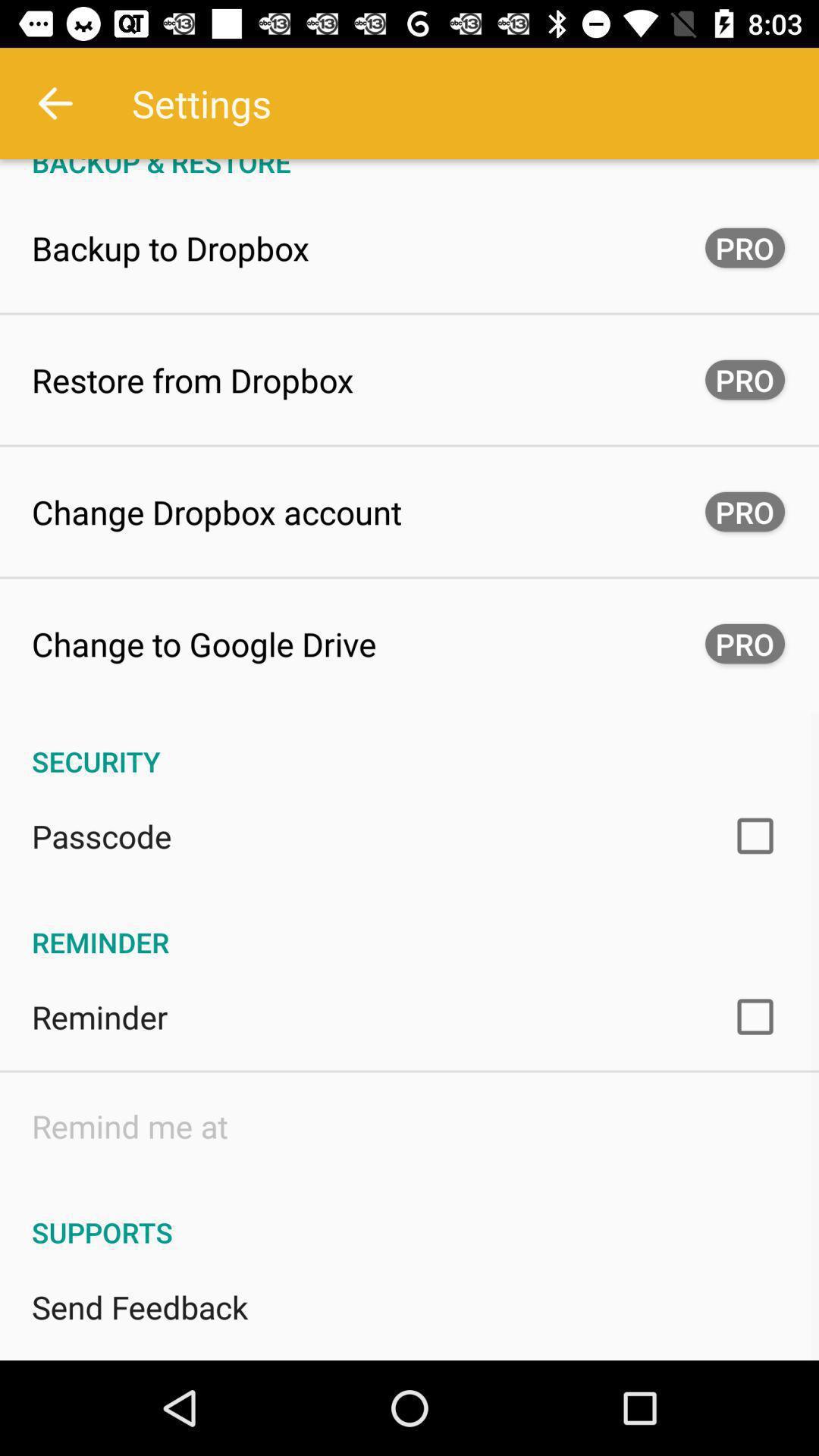 Image resolution: width=819 pixels, height=1456 pixels. I want to click on remind me at icon, so click(129, 1125).